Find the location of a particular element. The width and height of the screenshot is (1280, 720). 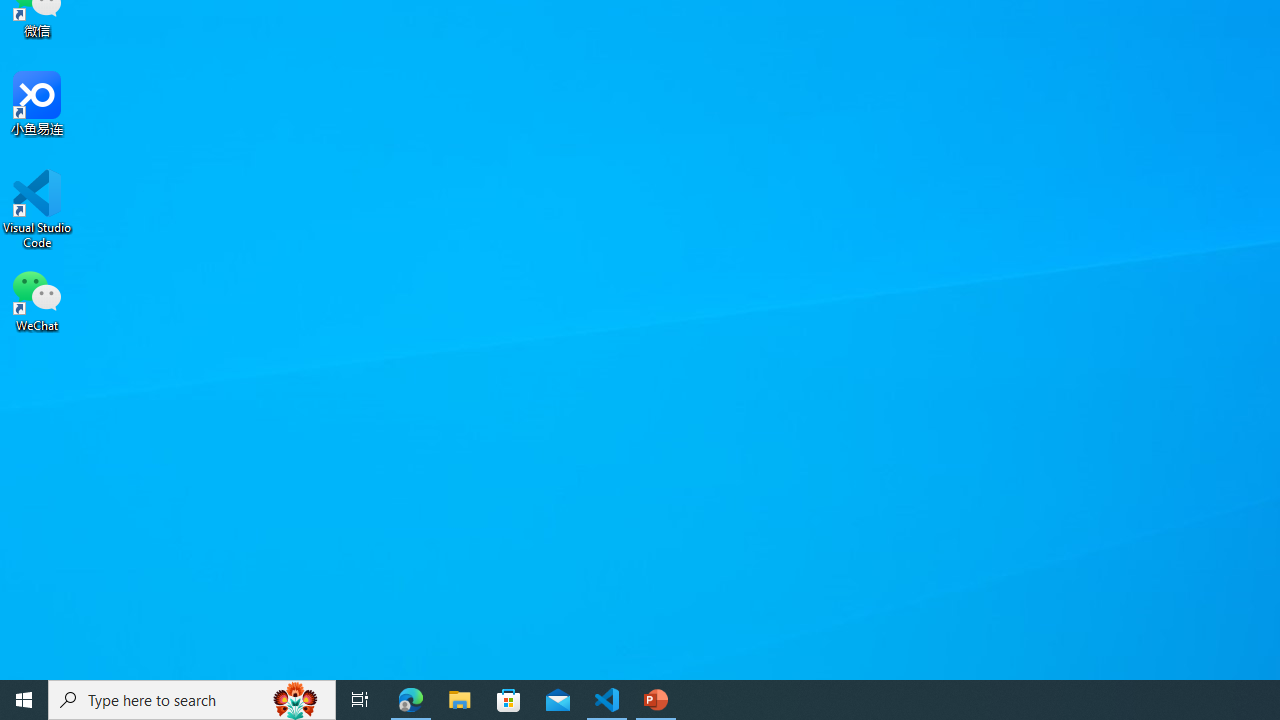

'WeChat' is located at coordinates (37, 299).